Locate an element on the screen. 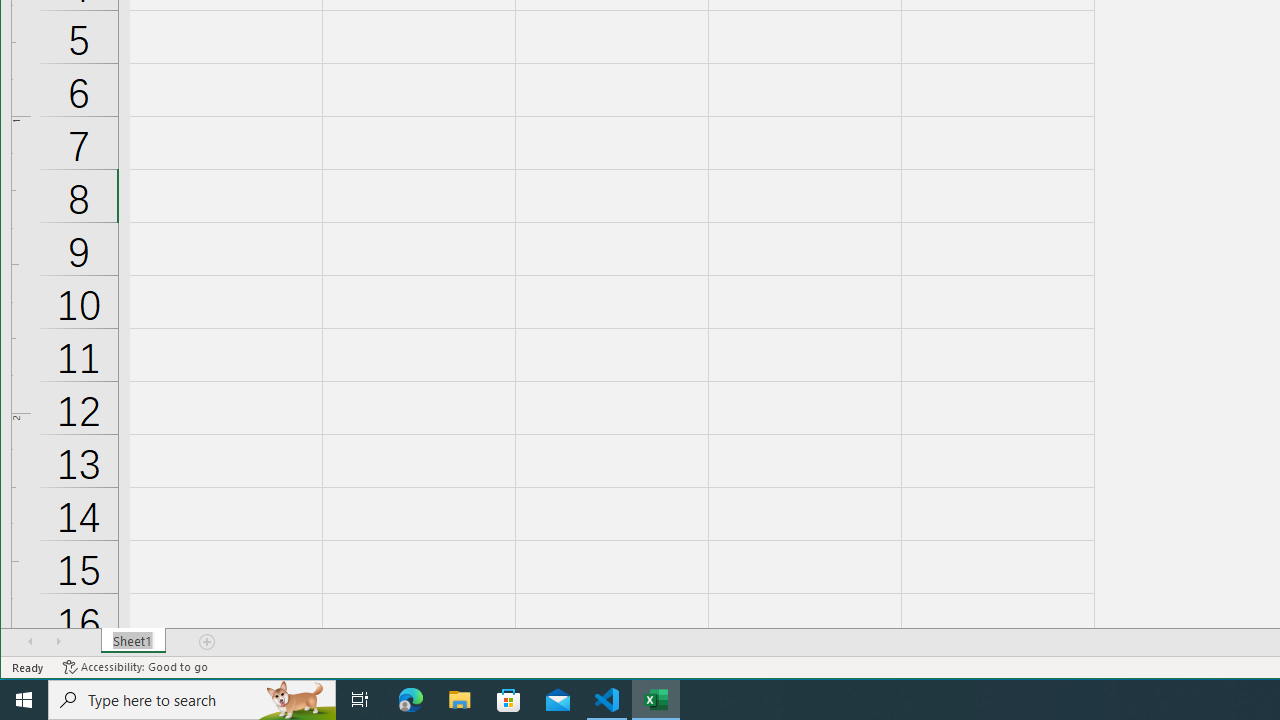 This screenshot has height=720, width=1280. 'Excel - 1 running window' is located at coordinates (656, 698).